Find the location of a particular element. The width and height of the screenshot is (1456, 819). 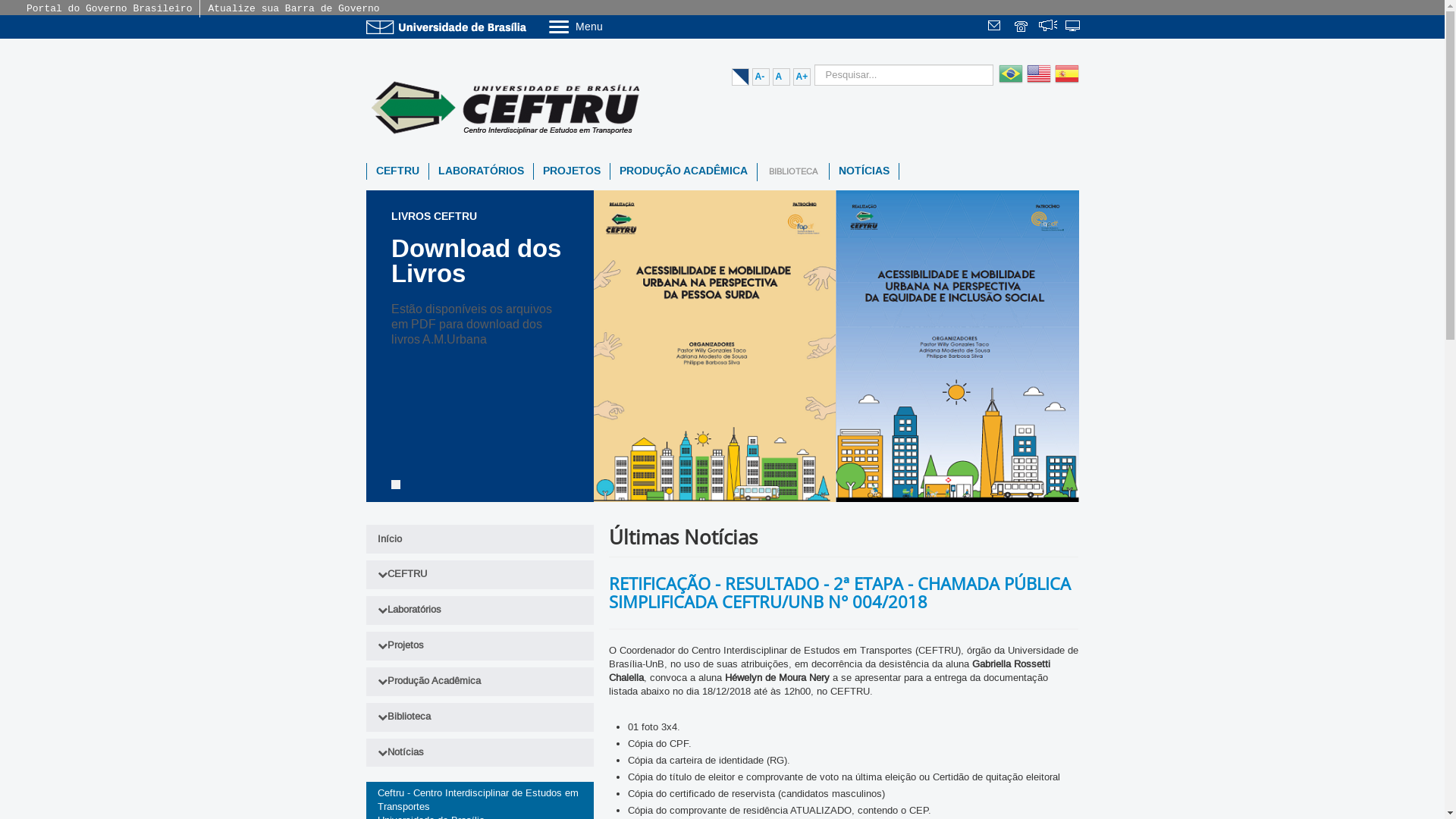

'English' is located at coordinates (1035, 82).